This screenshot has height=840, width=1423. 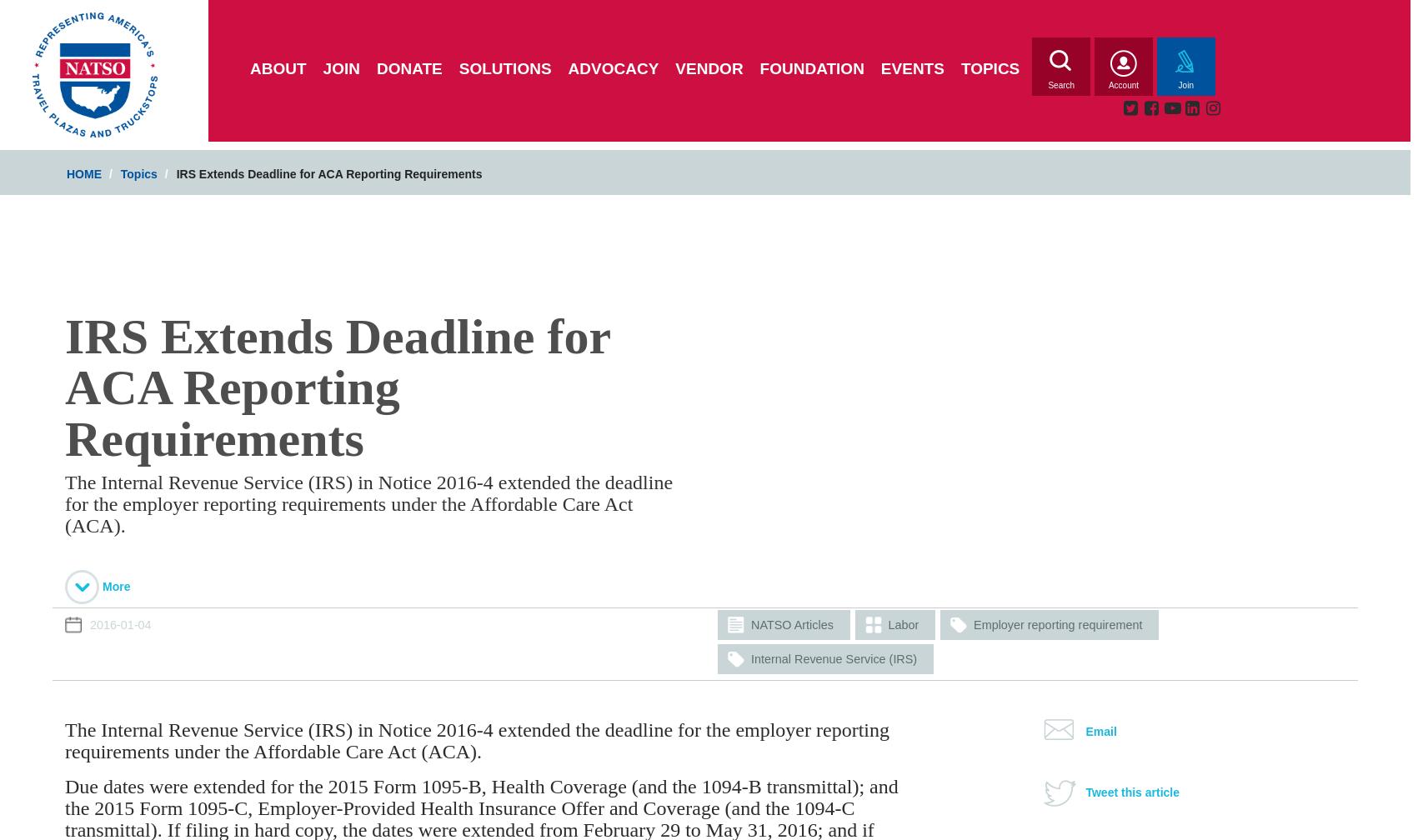 I want to click on 'Account', so click(x=1122, y=85).